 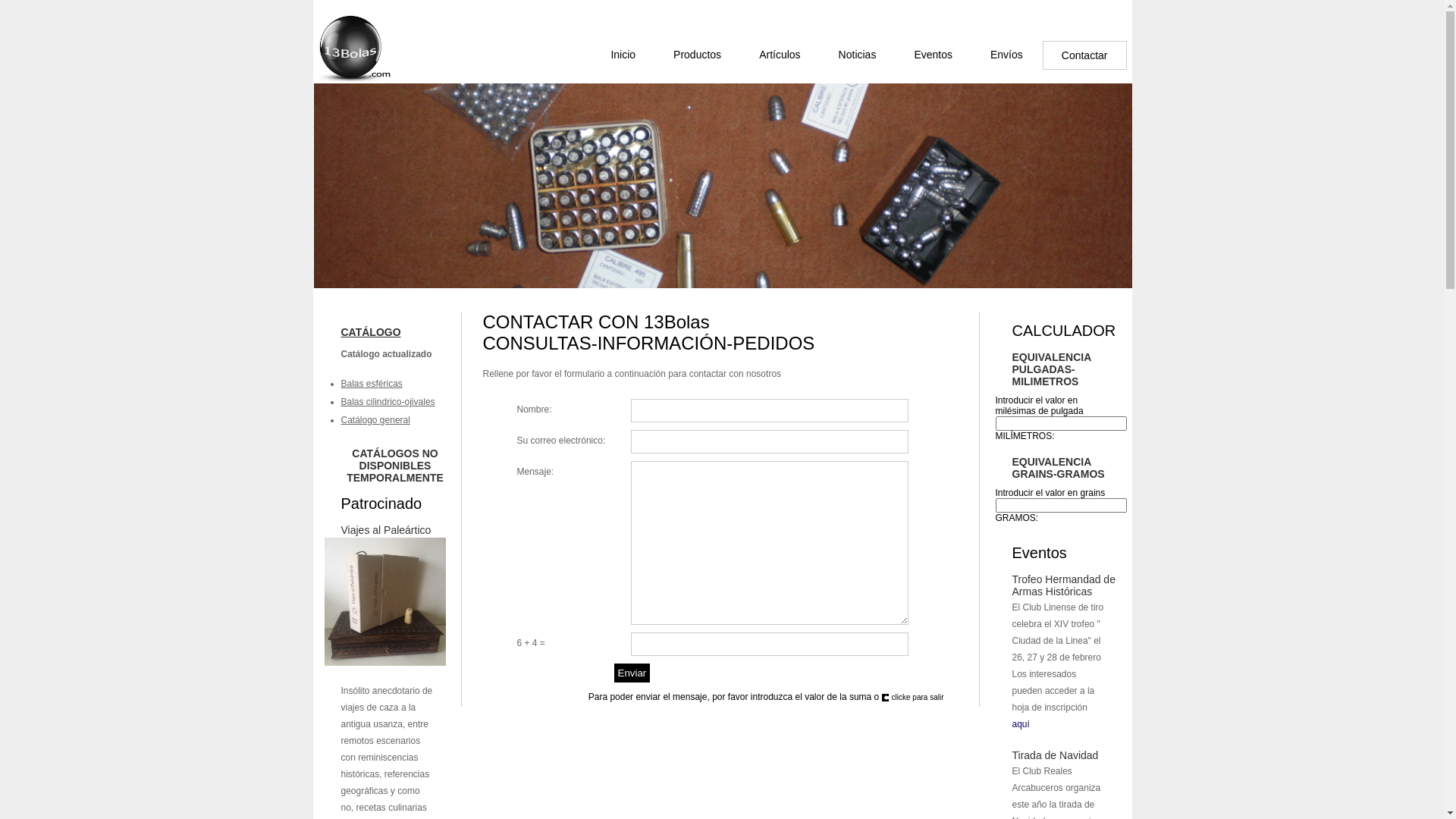 What do you see at coordinates (632, 672) in the screenshot?
I see `'Enviar'` at bounding box center [632, 672].